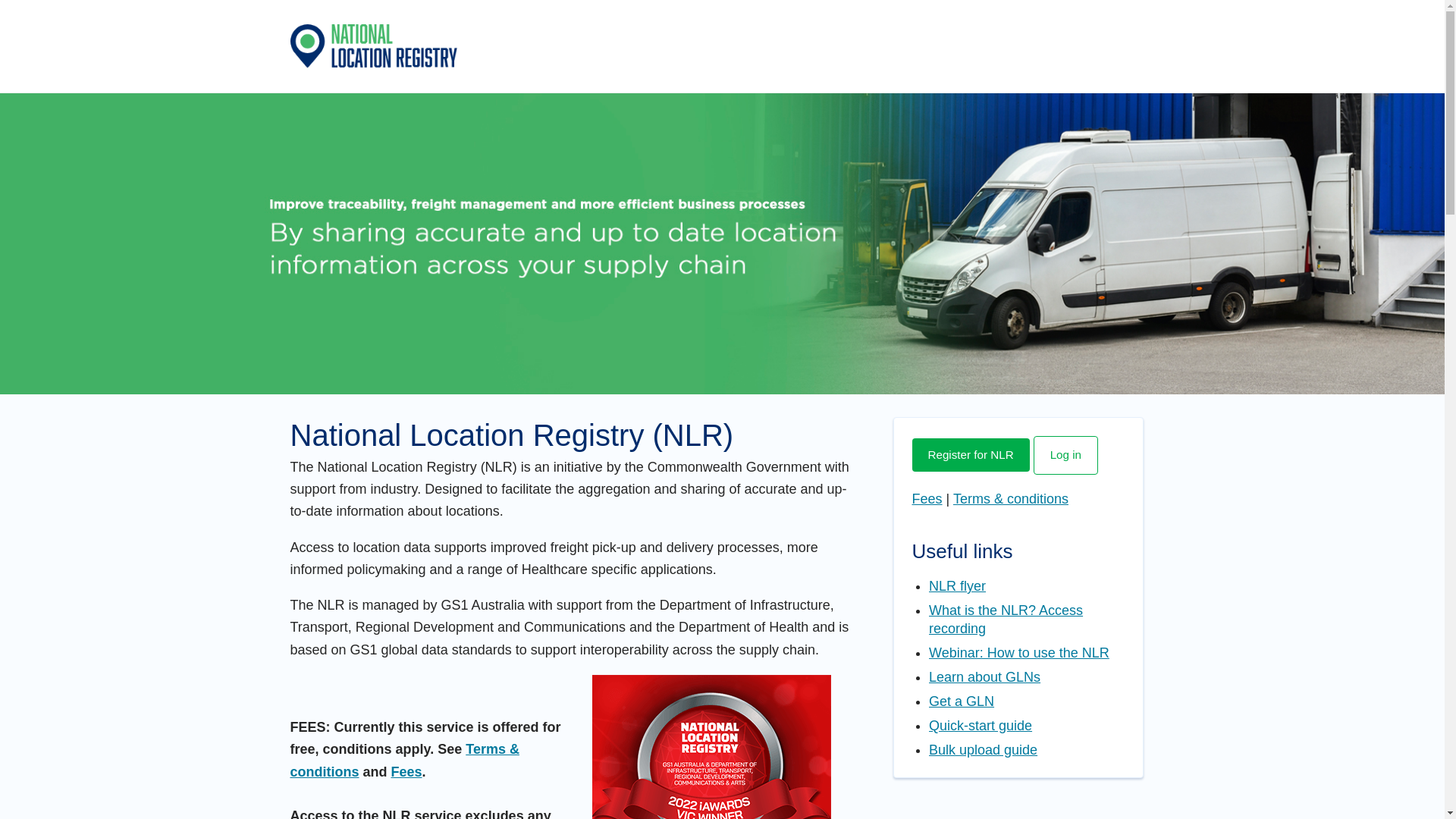 This screenshot has height=819, width=1456. Describe the element at coordinates (960, 701) in the screenshot. I see `'Get a GLN'` at that location.